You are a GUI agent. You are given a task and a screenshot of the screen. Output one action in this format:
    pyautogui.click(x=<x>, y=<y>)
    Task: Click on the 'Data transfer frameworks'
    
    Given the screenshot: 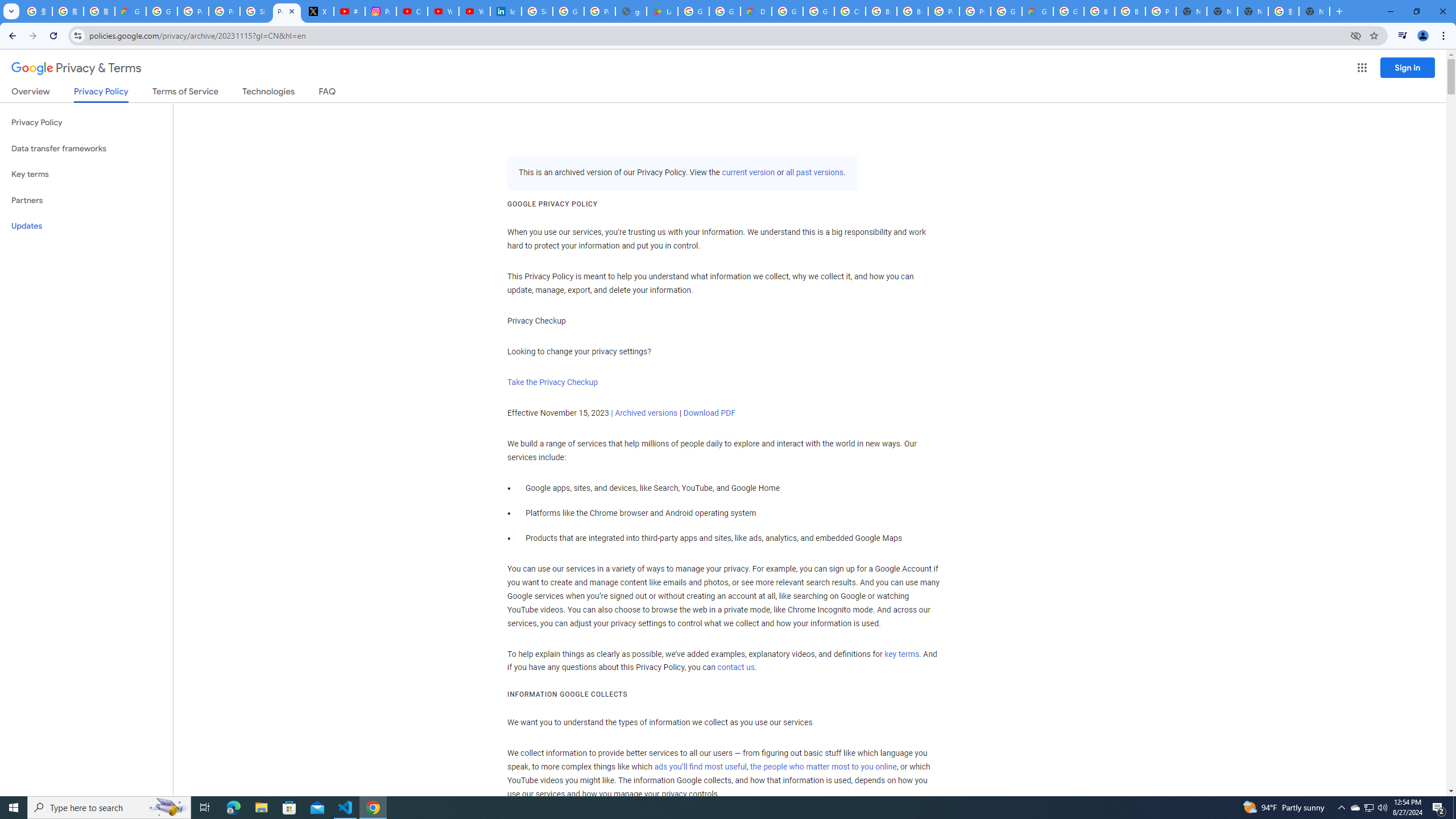 What is the action you would take?
    pyautogui.click(x=86, y=148)
    